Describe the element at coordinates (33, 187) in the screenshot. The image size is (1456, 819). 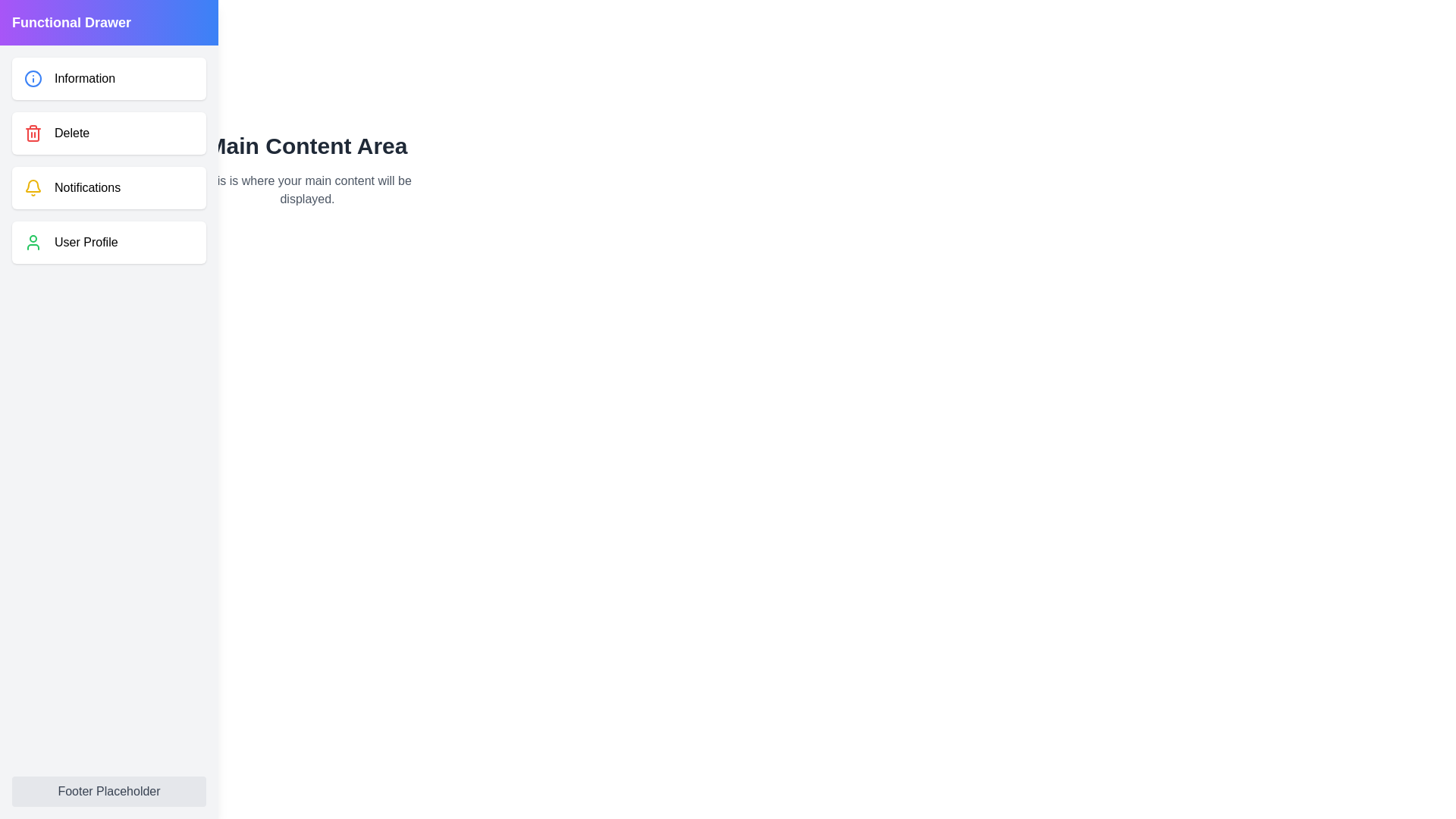
I see `the yellow bell-shaped notification icon located to the left within the 'Notifications' menu card, which is the third option in the vertical list of cards` at that location.